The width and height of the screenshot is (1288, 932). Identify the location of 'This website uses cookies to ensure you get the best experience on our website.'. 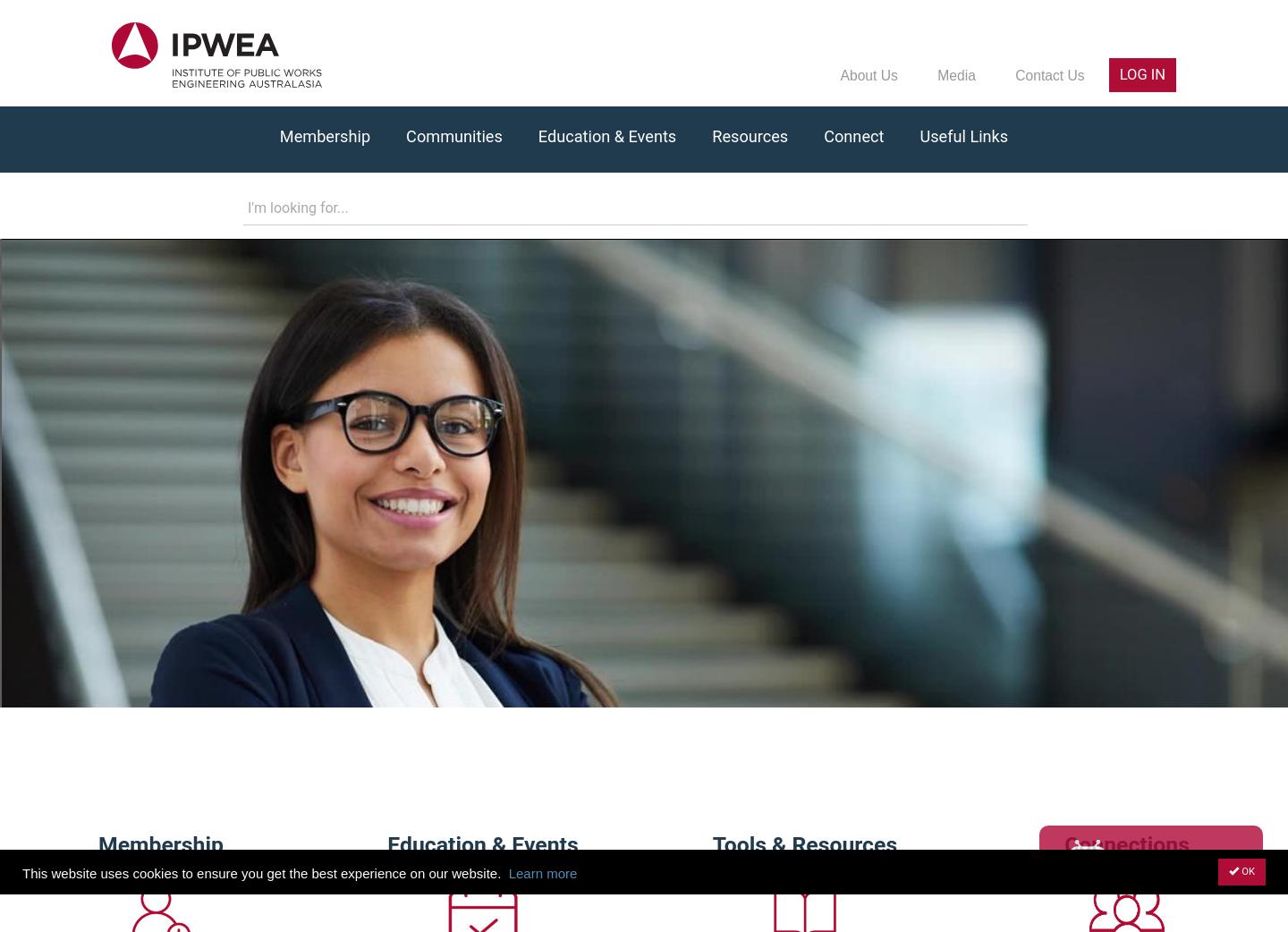
(260, 872).